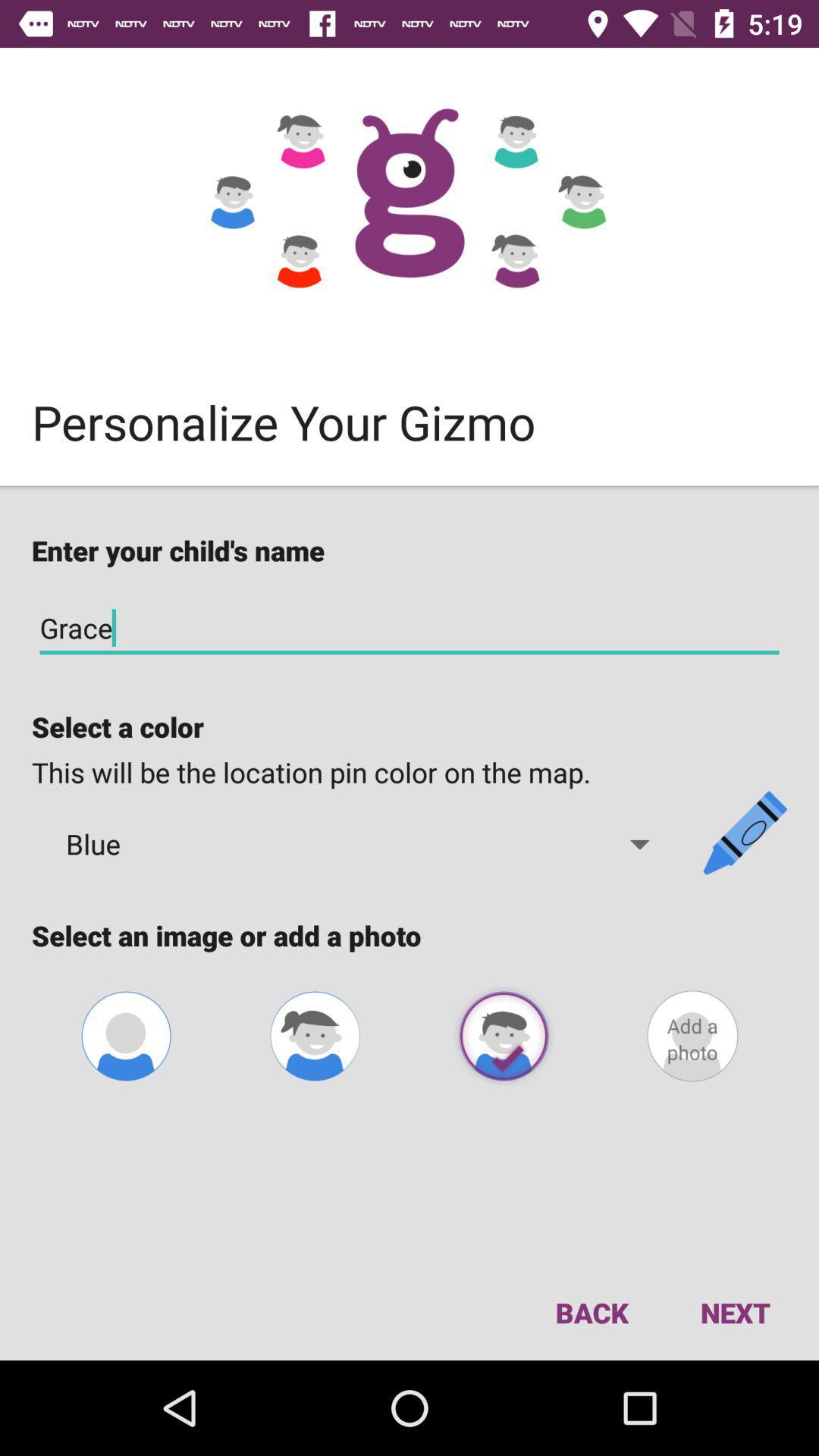 The image size is (819, 1456). Describe the element at coordinates (125, 1035) in the screenshot. I see `photo profile` at that location.